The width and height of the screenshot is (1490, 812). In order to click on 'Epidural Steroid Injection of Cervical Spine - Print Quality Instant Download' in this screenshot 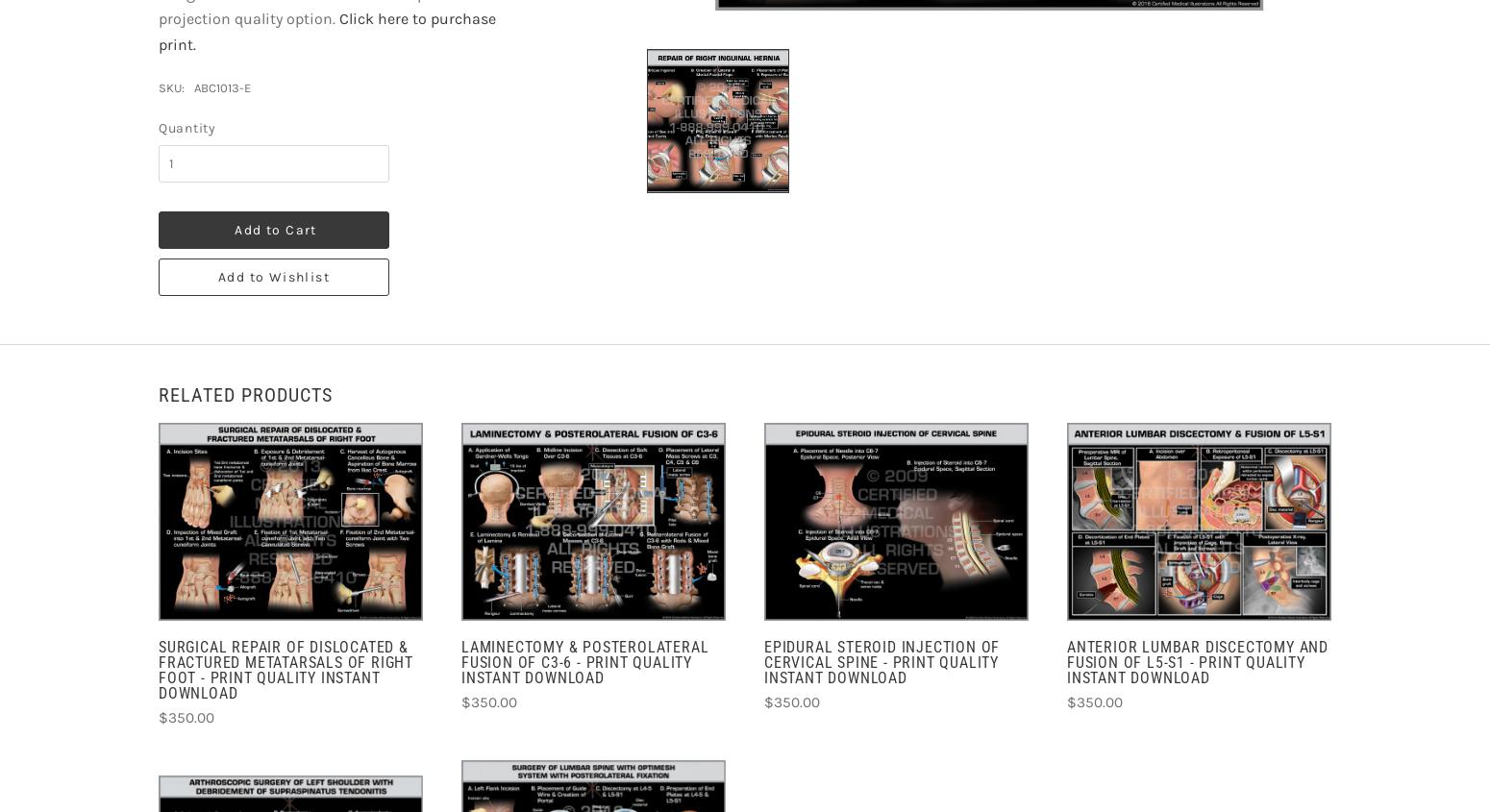, I will do `click(882, 661)`.